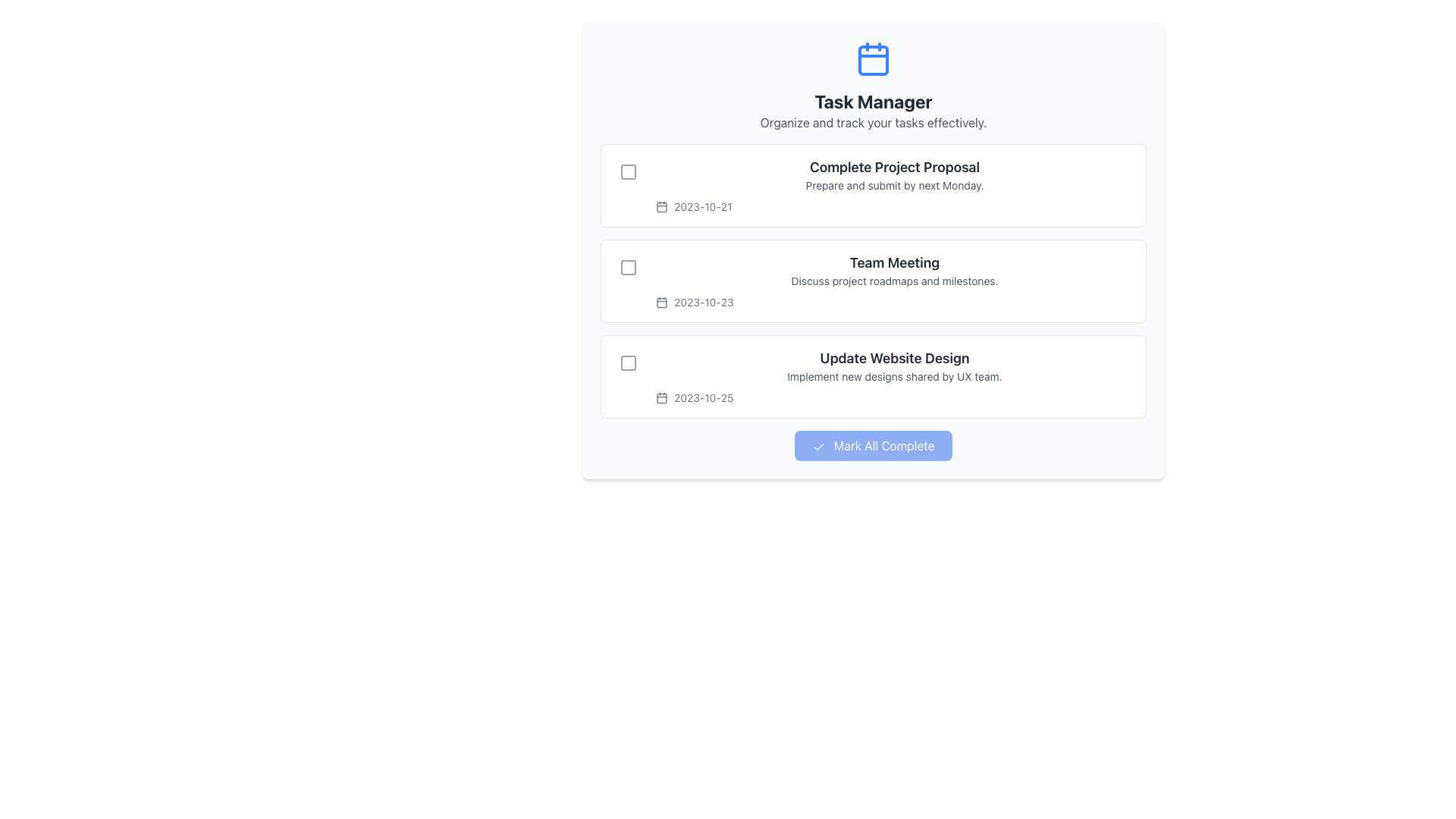 This screenshot has height=819, width=1456. I want to click on the square checkbox located to the left of the task item labeled 'Update Website Design', so click(629, 362).